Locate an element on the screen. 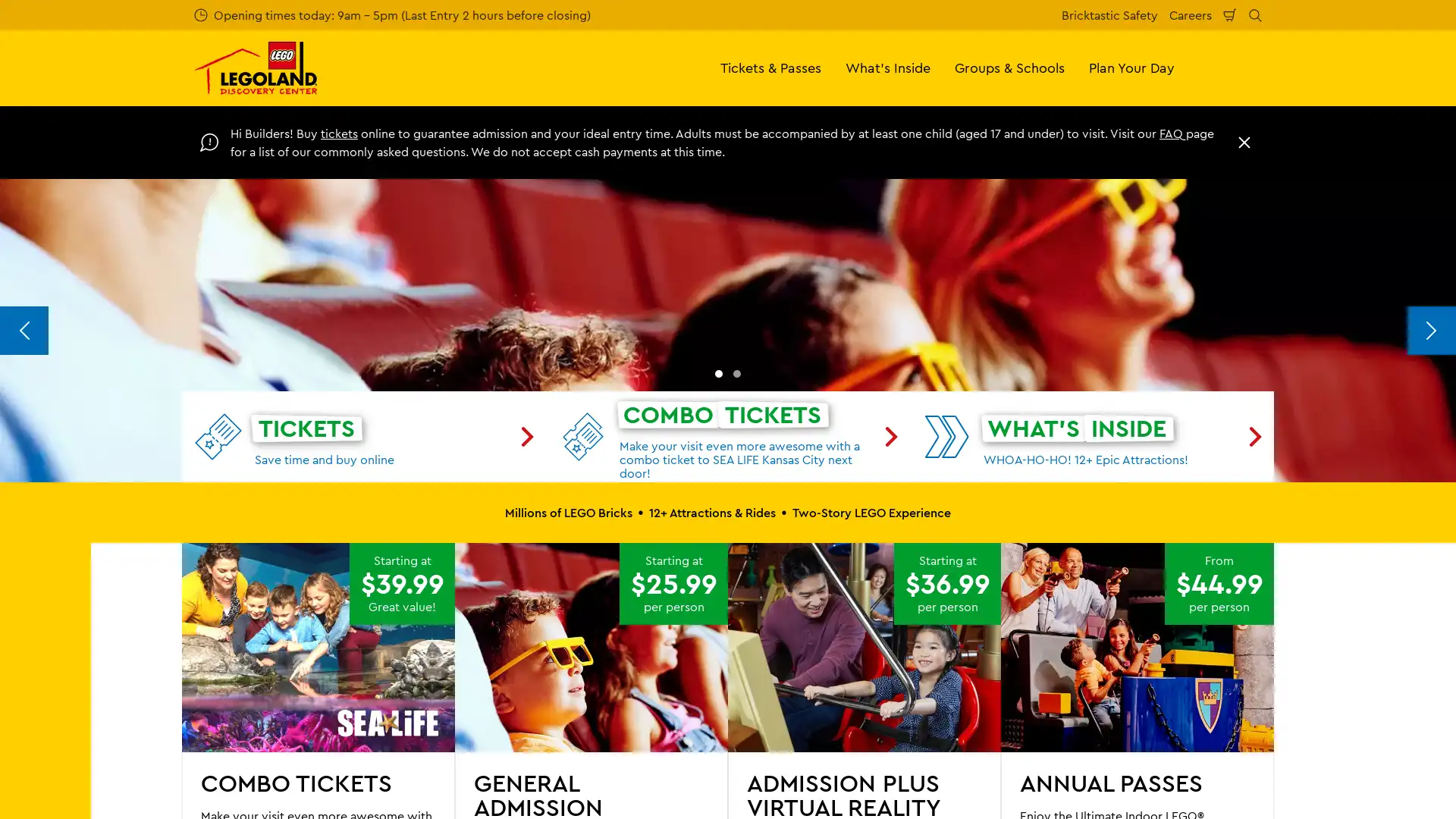  What's Inside is located at coordinates (888, 67).